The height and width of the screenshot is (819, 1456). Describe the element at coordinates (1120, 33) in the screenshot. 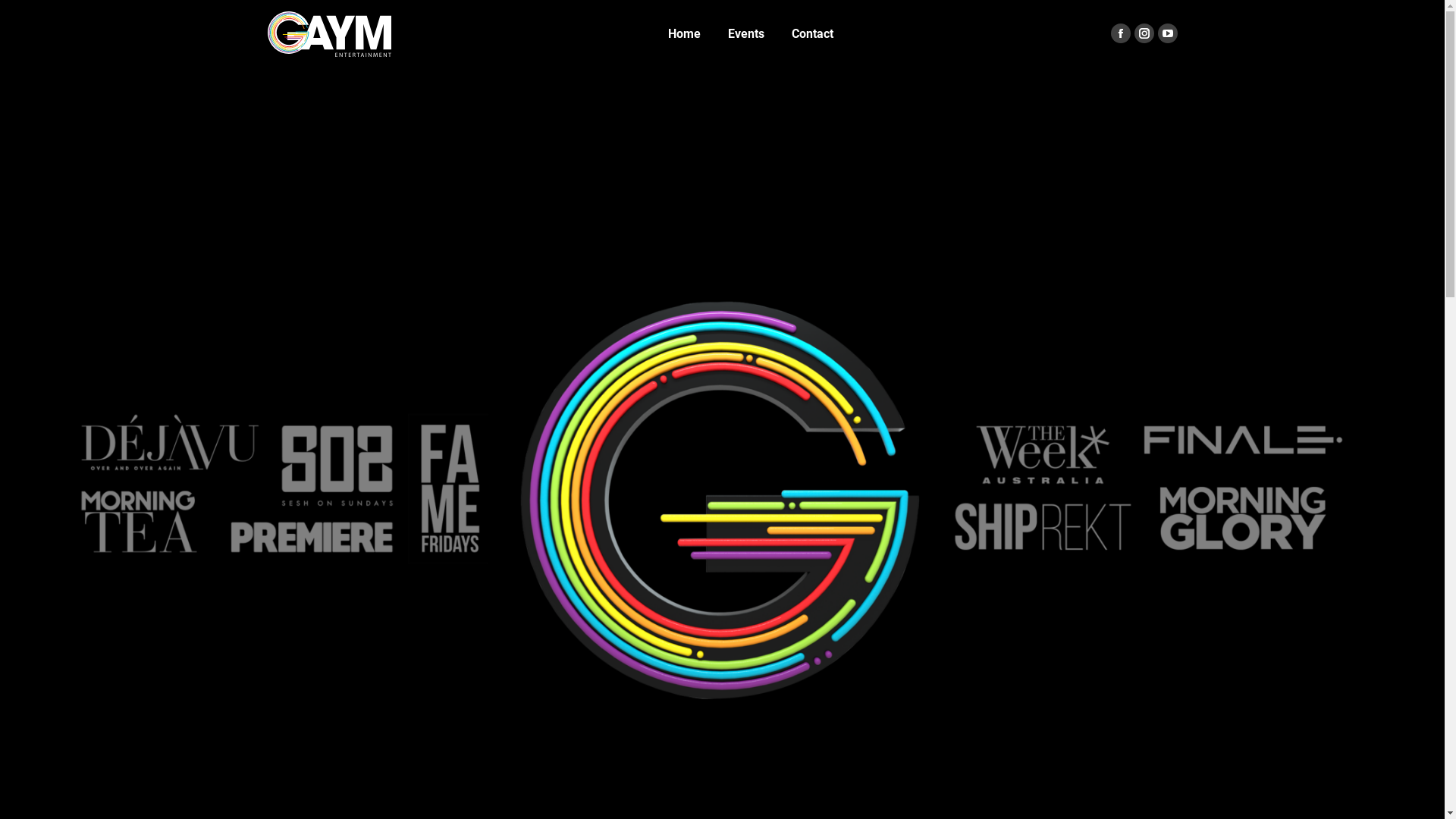

I see `'Facebook page opens in new window'` at that location.